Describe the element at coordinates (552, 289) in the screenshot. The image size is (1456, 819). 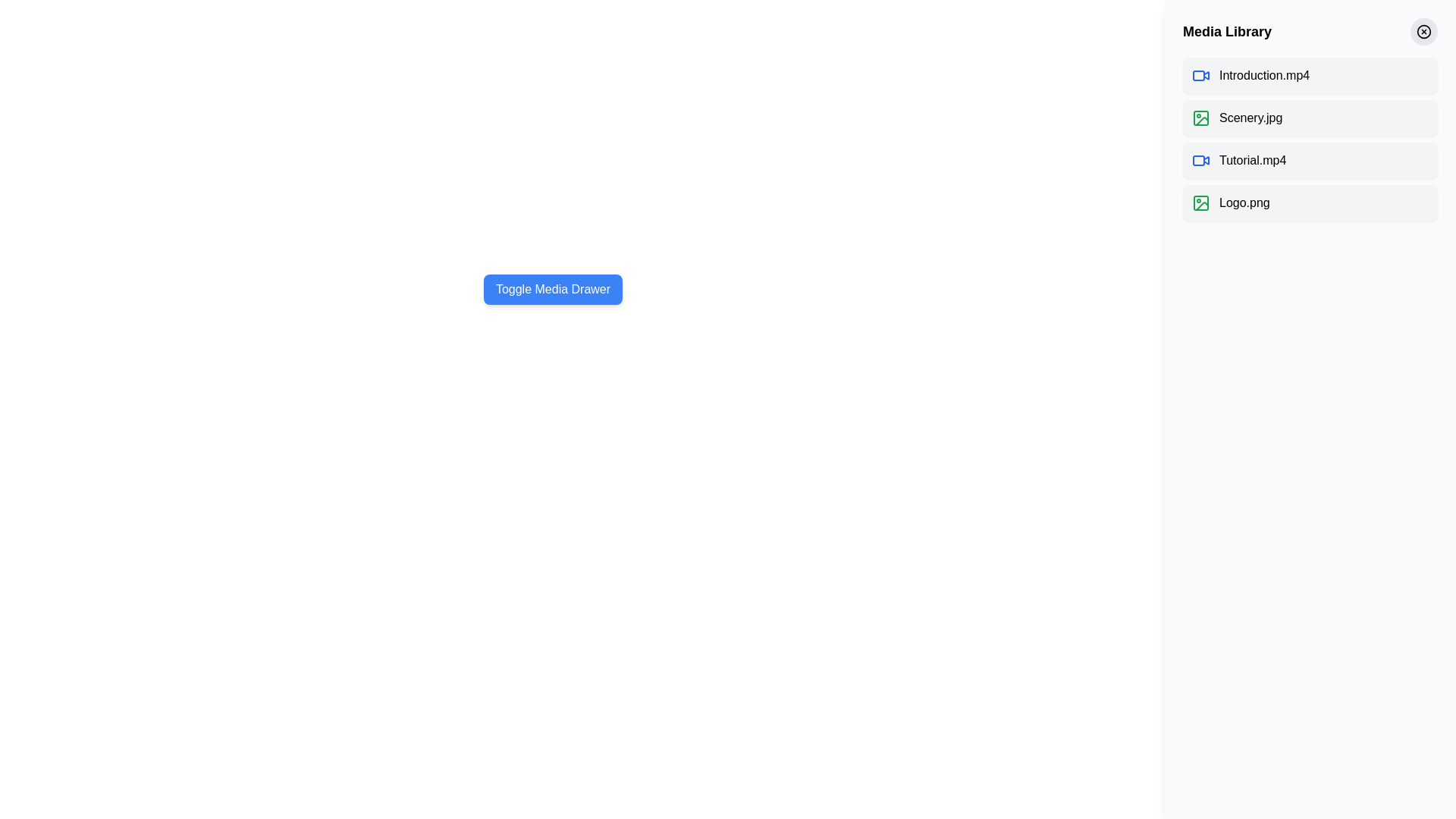
I see `the 'Toggle Media Drawer' button, which is styled in blue with white text and has rounded corners` at that location.